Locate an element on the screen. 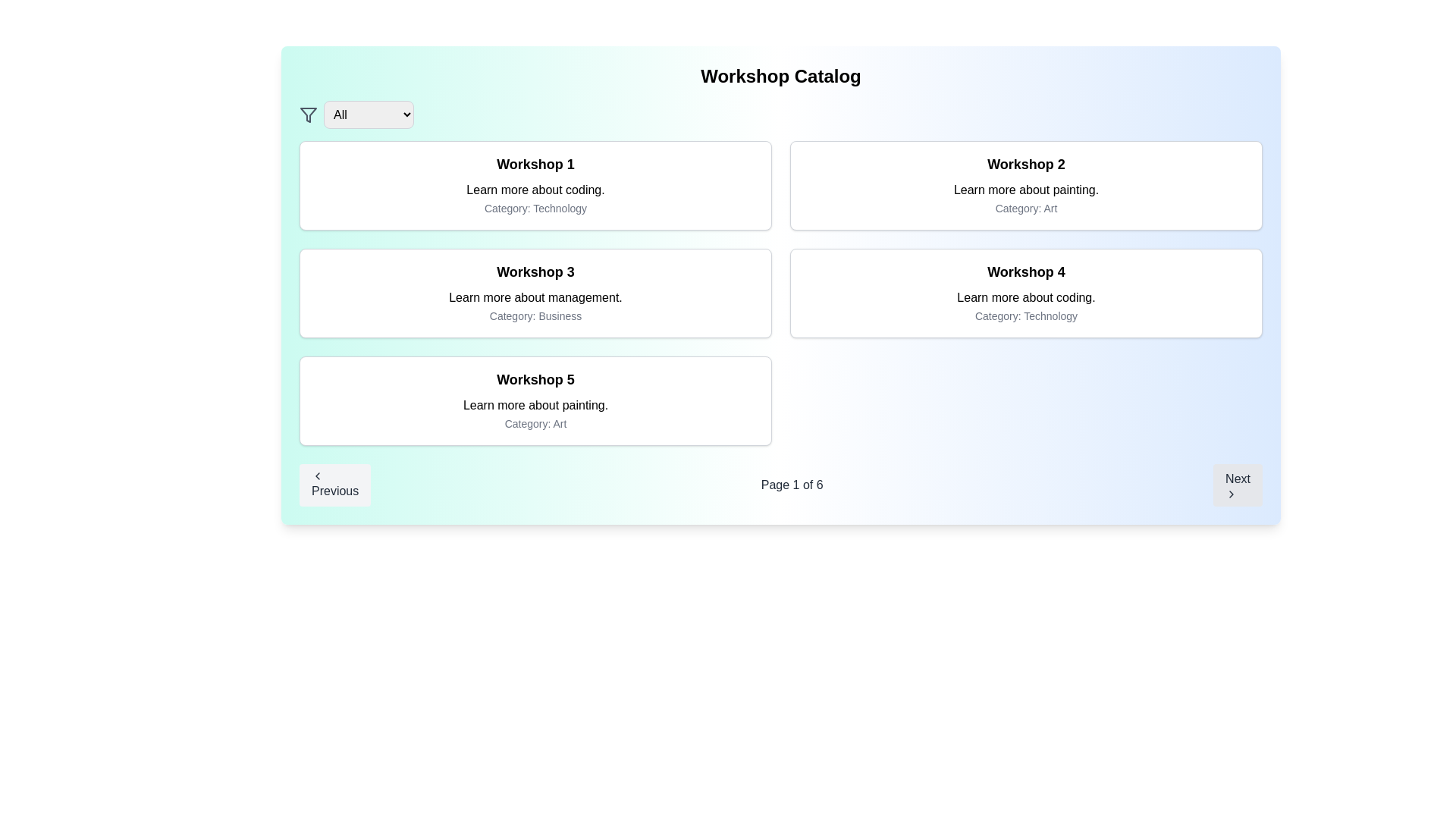 The image size is (1456, 819). bold text label displaying 'Workshop 1', which is prominently styled in black at the top of the first workshop card in the grid layout is located at coordinates (535, 164).